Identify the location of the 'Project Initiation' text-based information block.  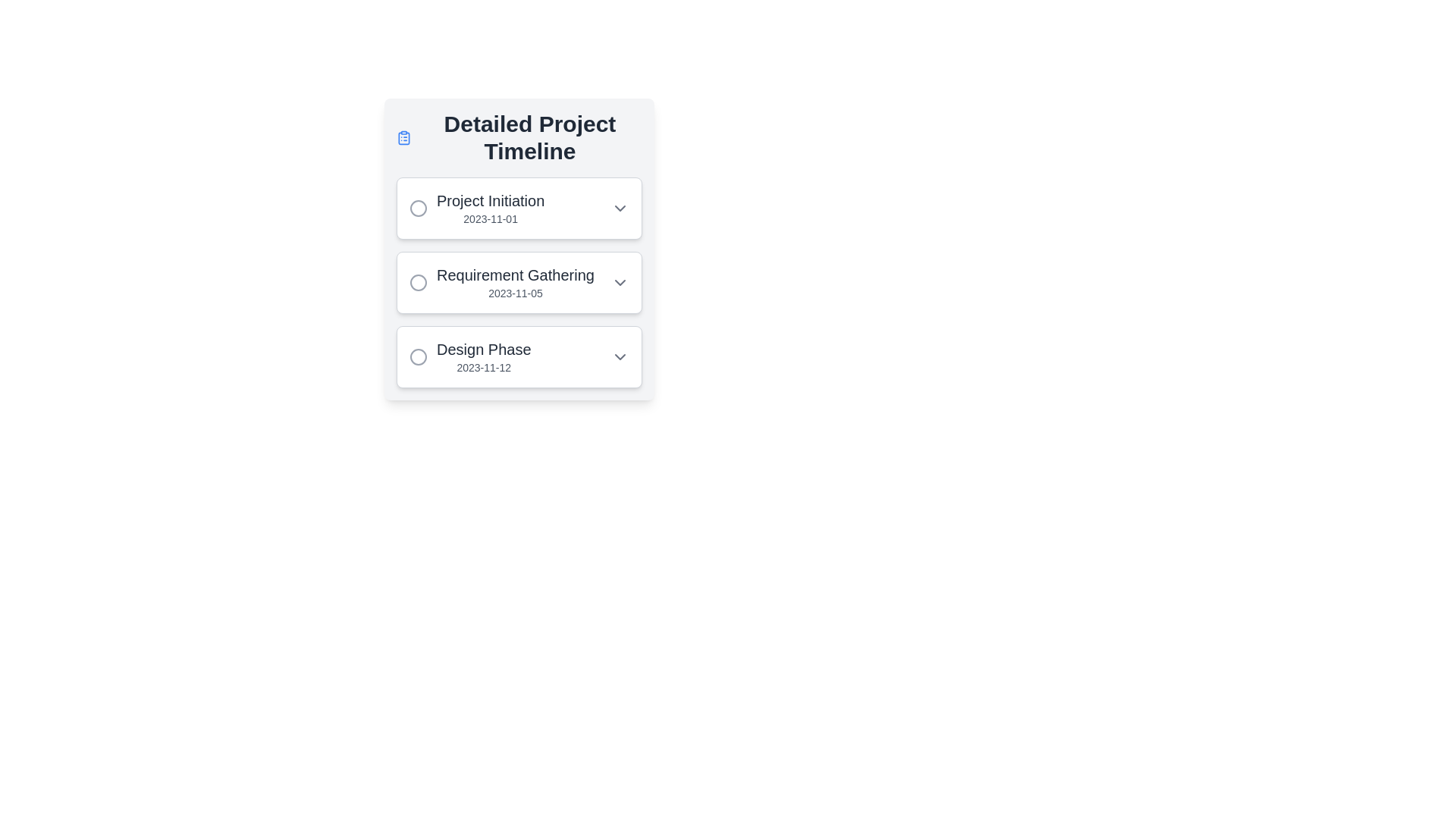
(491, 208).